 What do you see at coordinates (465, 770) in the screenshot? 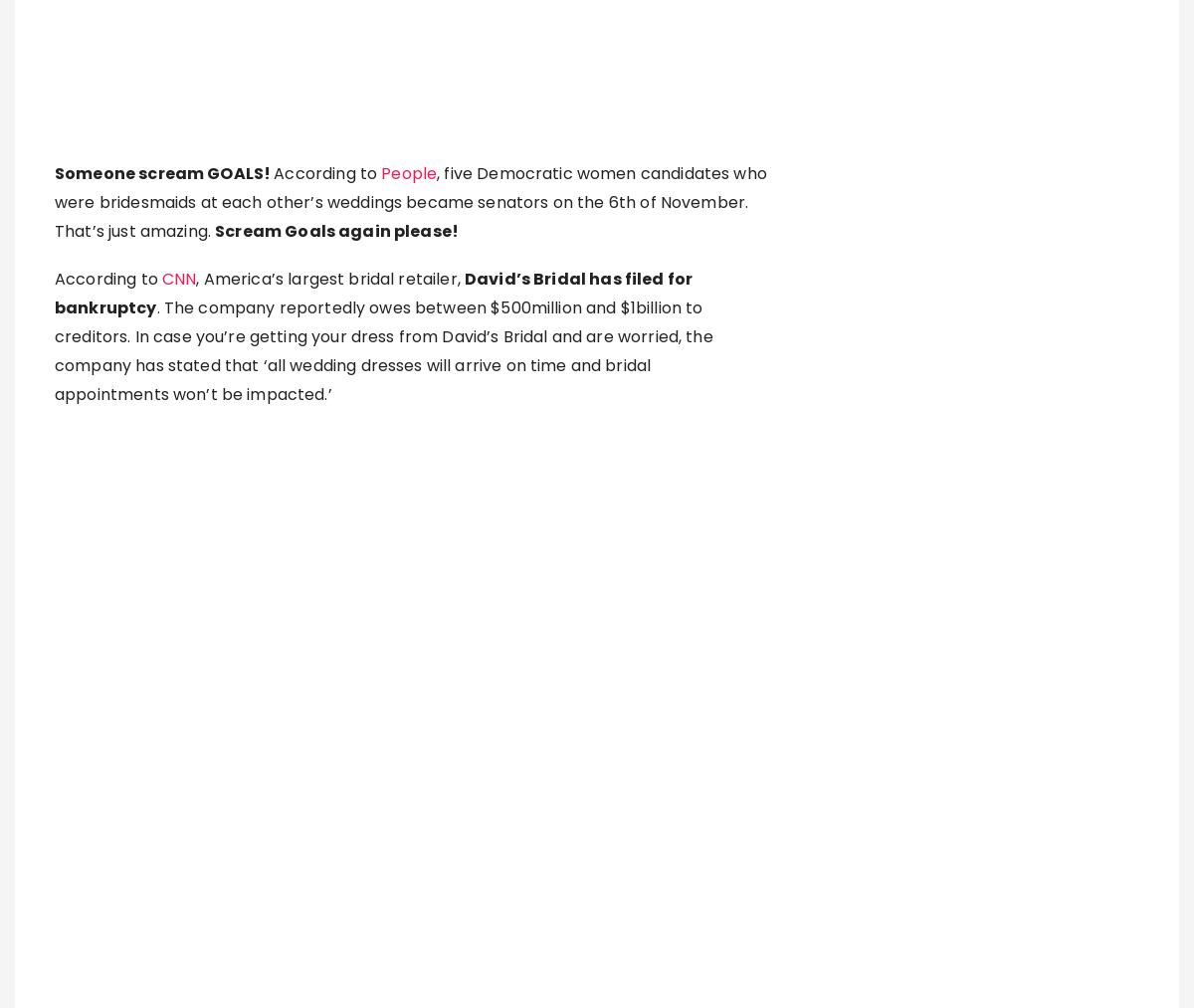
I see `'Rain Vedutti'` at bounding box center [465, 770].